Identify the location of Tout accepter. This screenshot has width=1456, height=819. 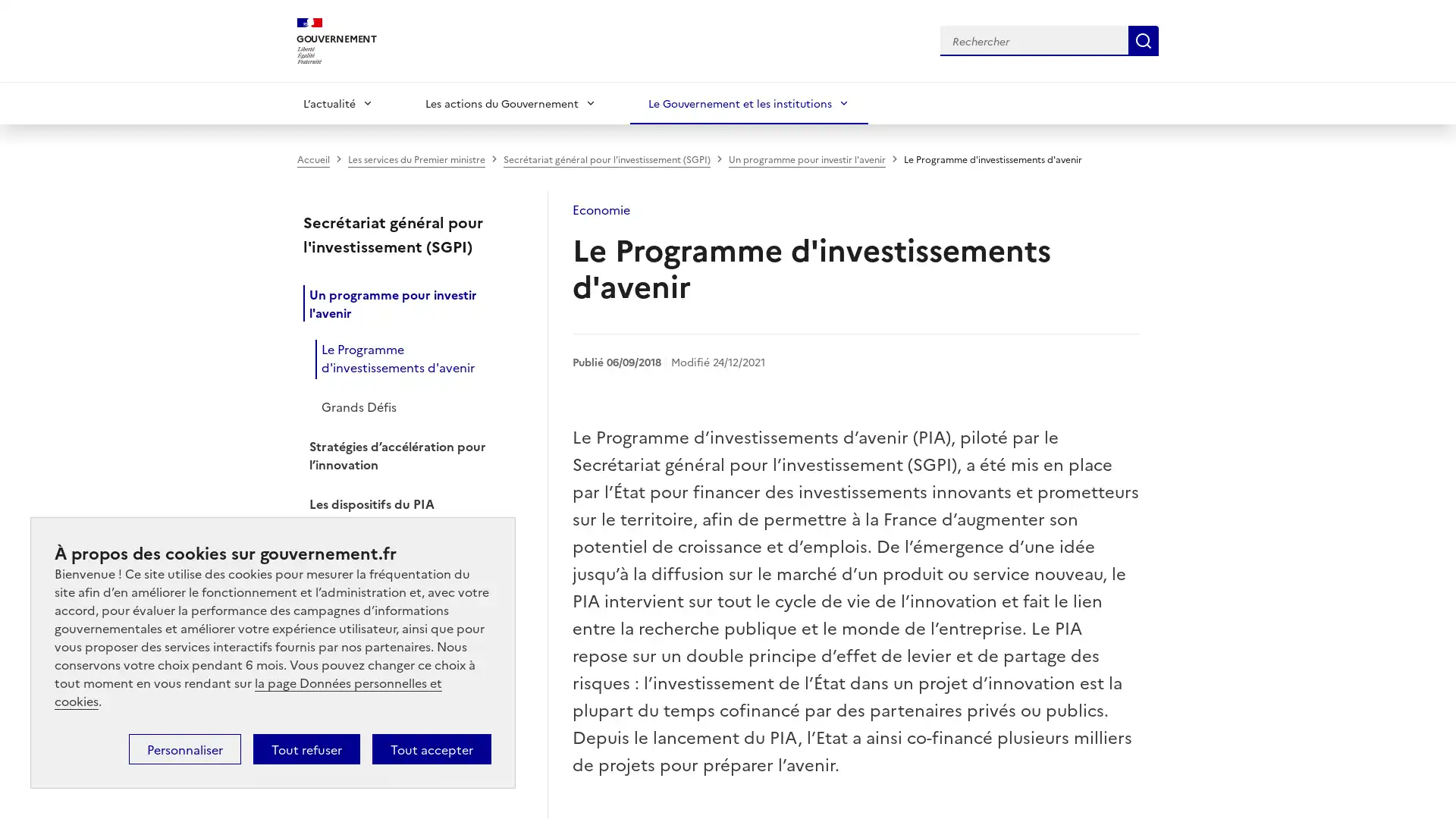
(431, 748).